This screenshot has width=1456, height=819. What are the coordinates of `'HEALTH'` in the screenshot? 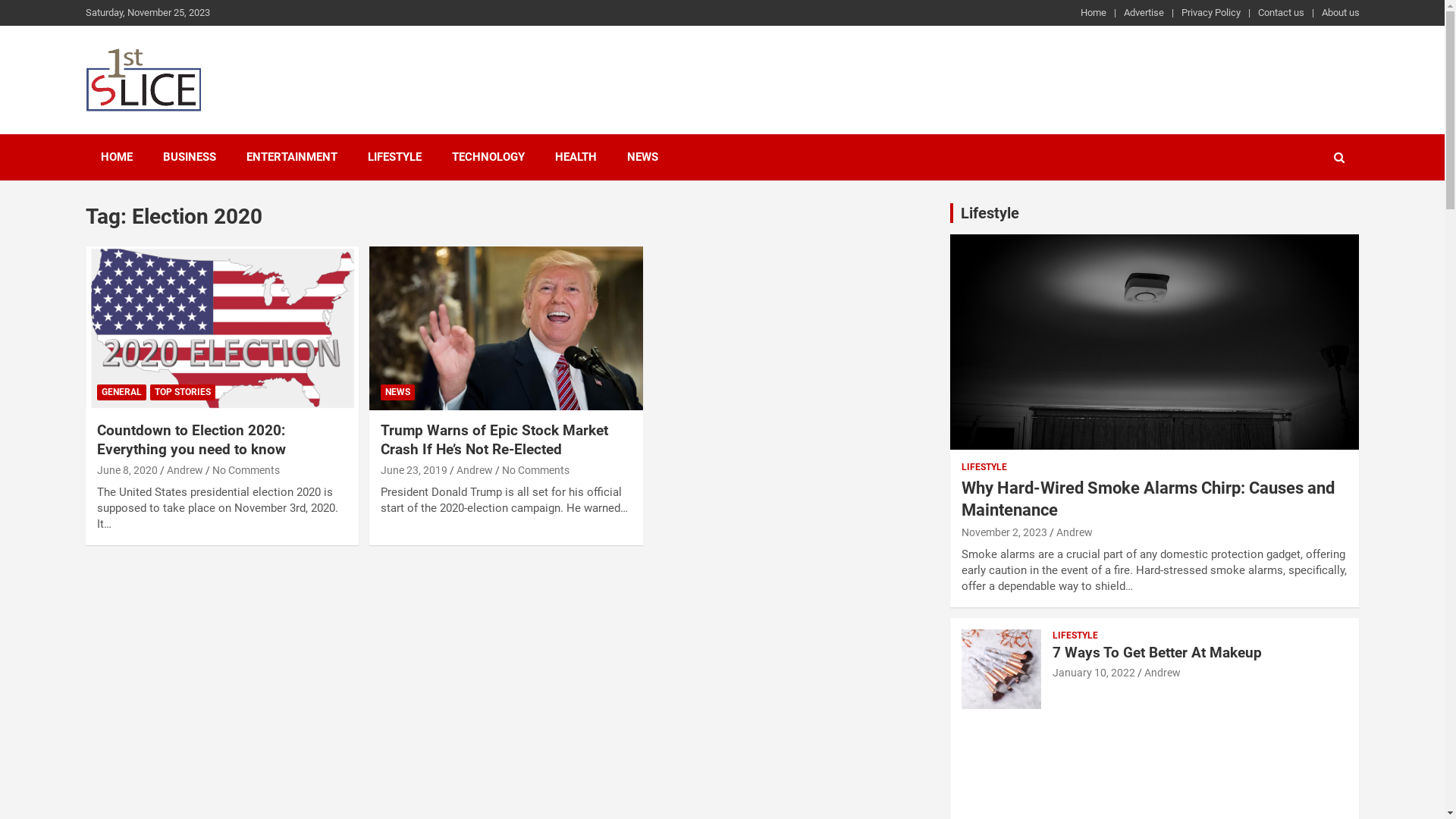 It's located at (575, 157).